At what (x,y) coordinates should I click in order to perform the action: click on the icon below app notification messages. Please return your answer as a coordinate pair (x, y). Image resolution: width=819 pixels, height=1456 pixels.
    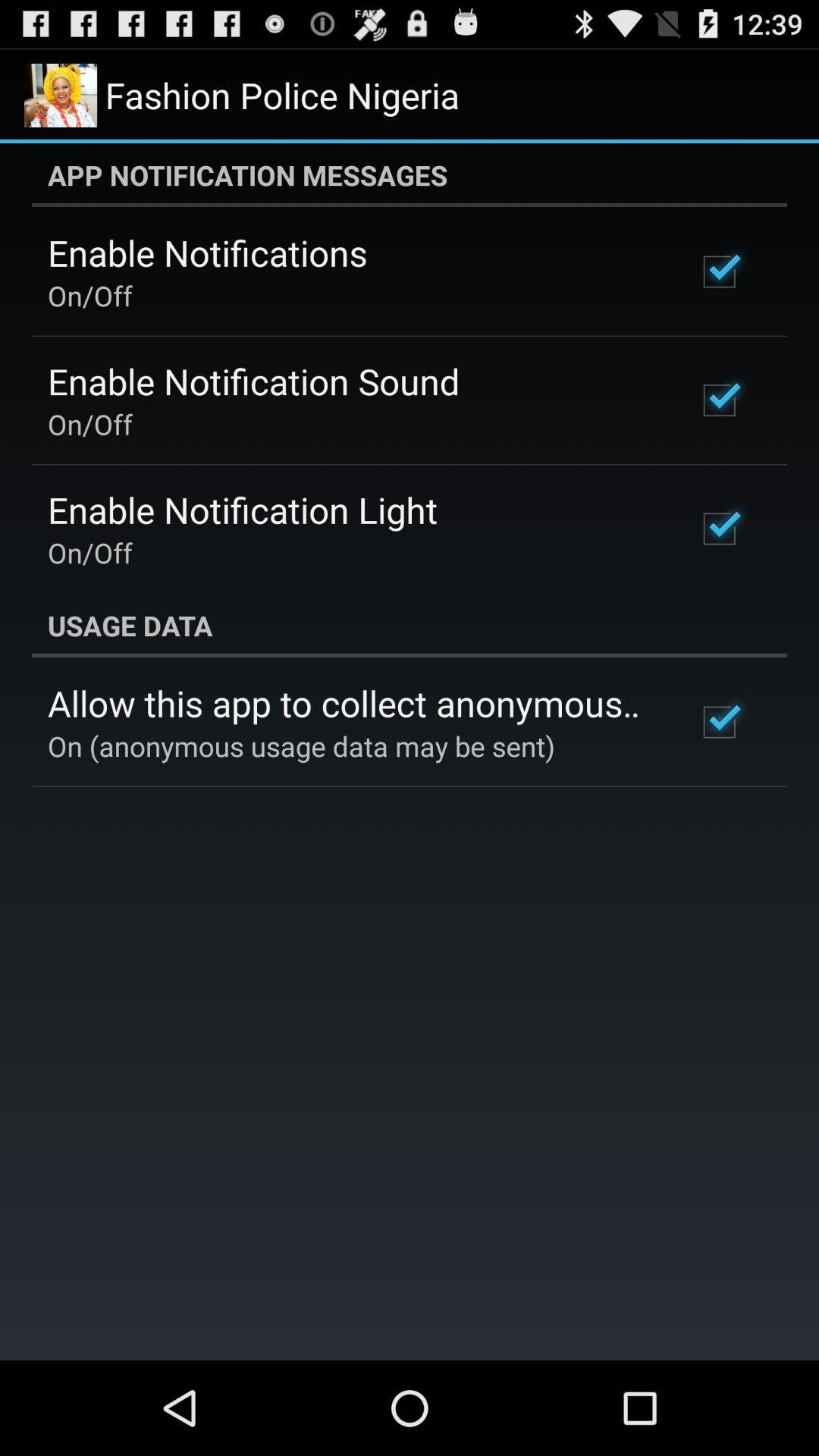
    Looking at the image, I should click on (207, 253).